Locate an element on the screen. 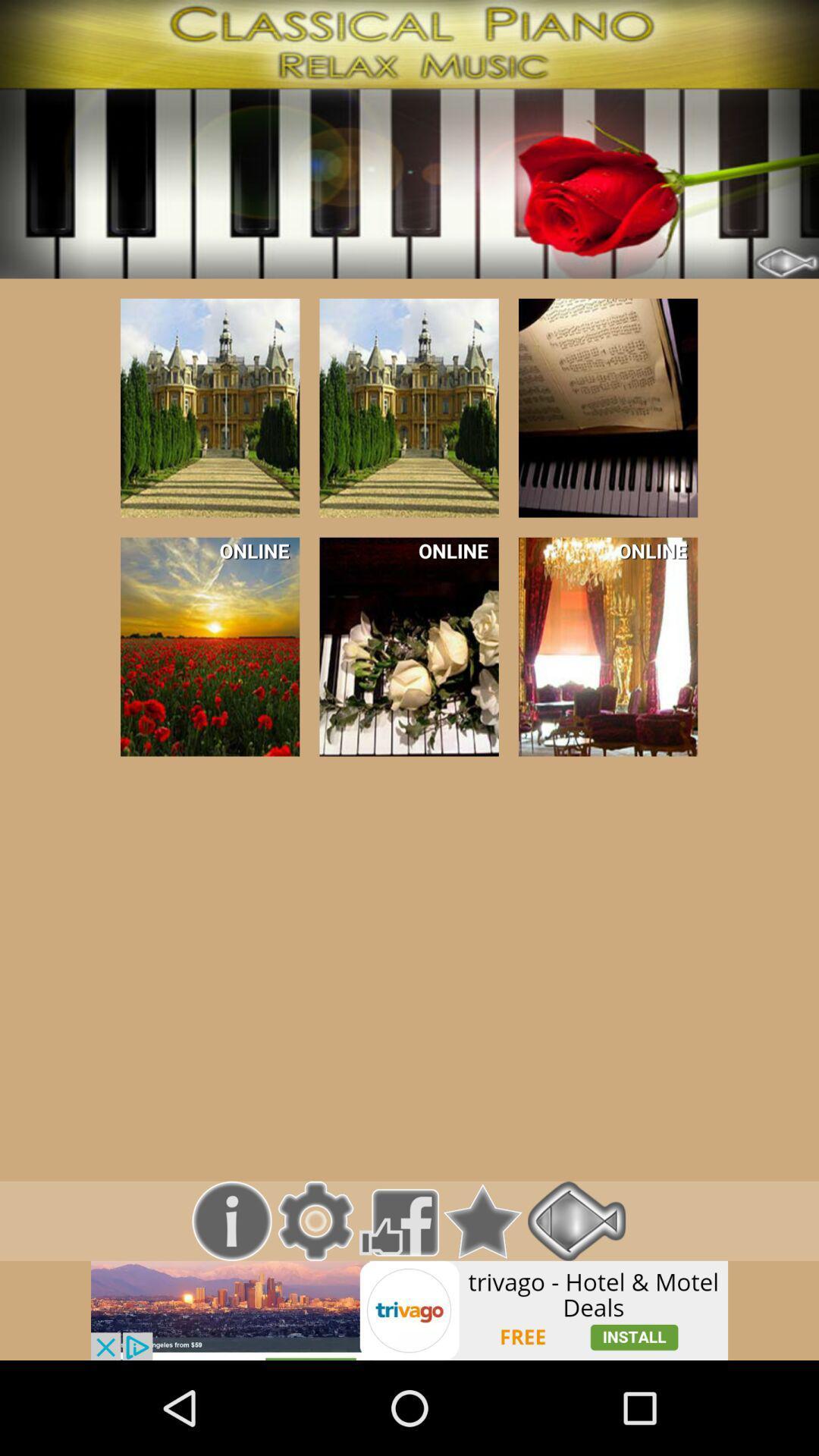  link to advertisement is located at coordinates (409, 1310).